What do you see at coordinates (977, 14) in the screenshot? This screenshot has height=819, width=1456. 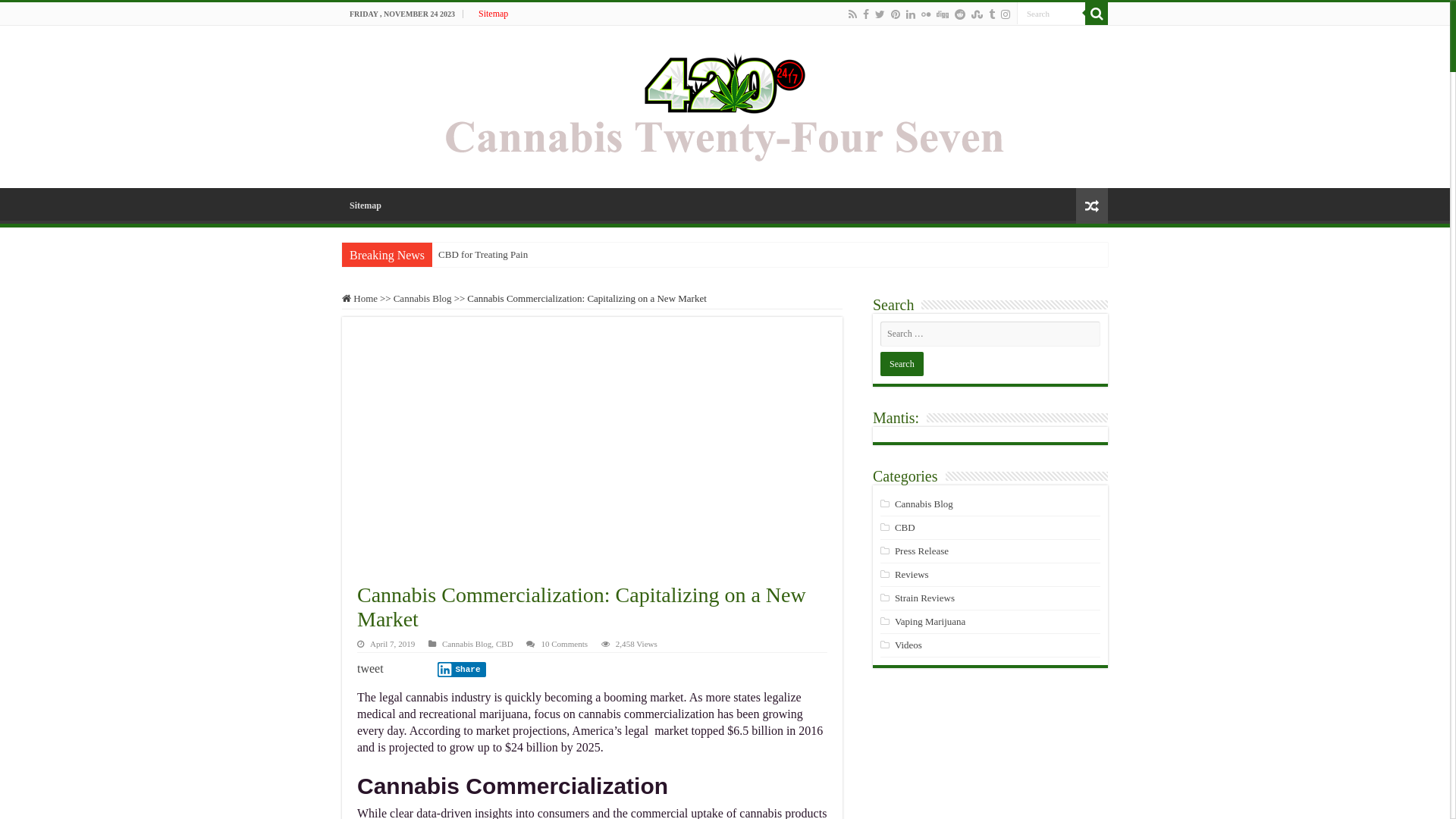 I see `'StumbleUpon'` at bounding box center [977, 14].